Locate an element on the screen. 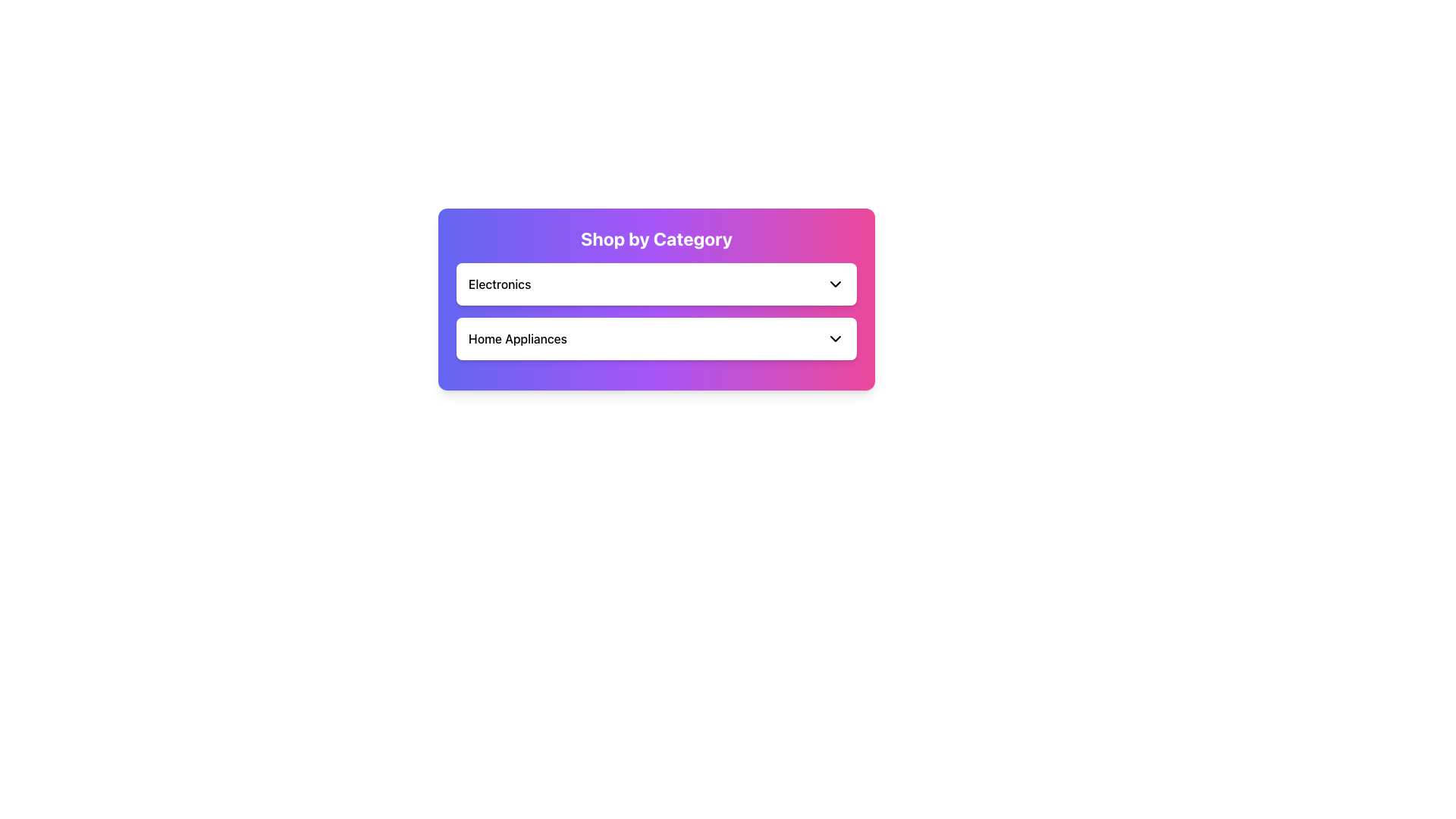  the 'Home Appliances' text label in the dropdown menu, which indicates the currently selected category is located at coordinates (517, 338).